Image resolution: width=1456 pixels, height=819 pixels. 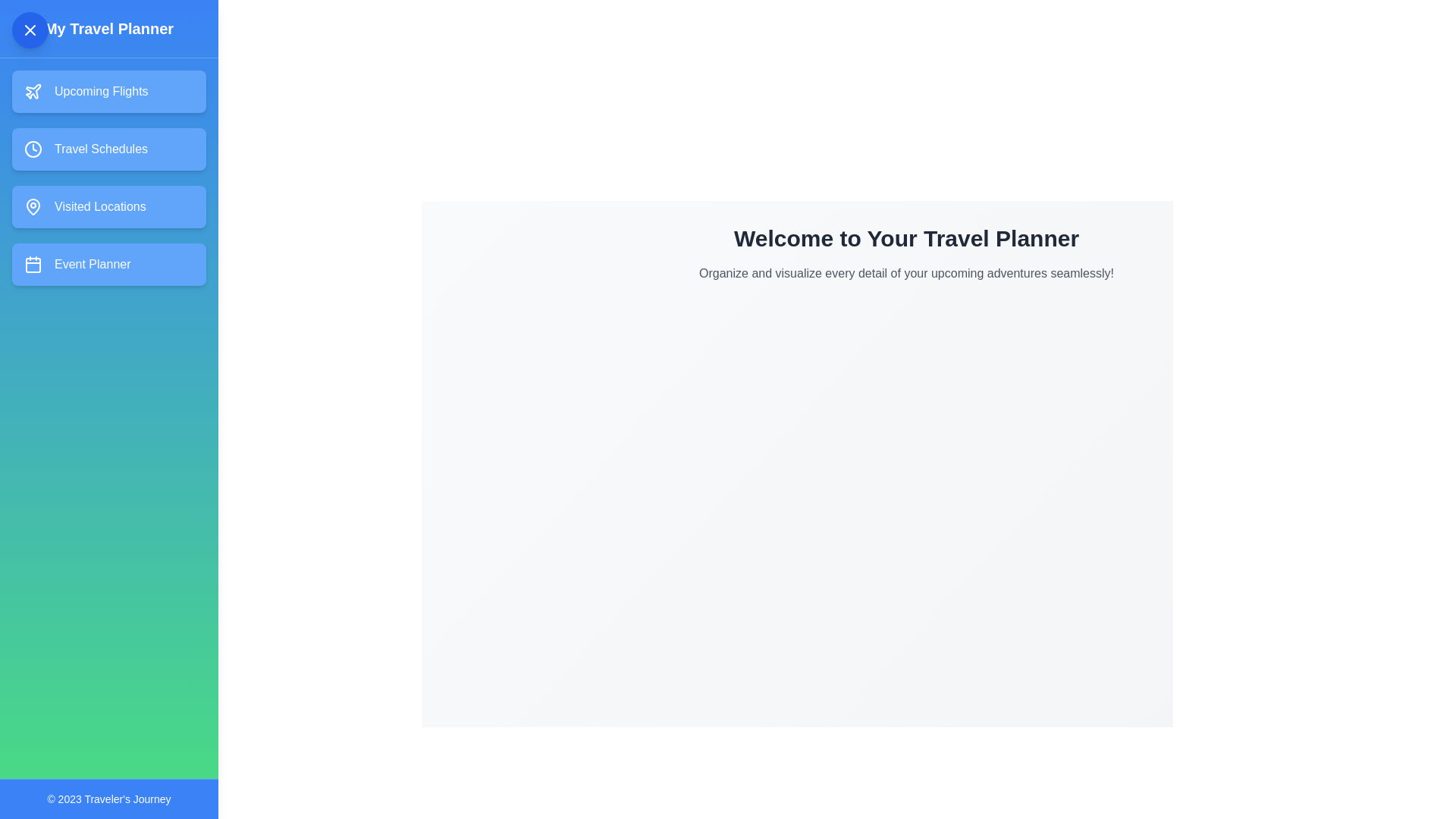 What do you see at coordinates (30, 30) in the screenshot?
I see `the circular close button with a blue background and white 'X' icon located at the top left corner of the interface` at bounding box center [30, 30].